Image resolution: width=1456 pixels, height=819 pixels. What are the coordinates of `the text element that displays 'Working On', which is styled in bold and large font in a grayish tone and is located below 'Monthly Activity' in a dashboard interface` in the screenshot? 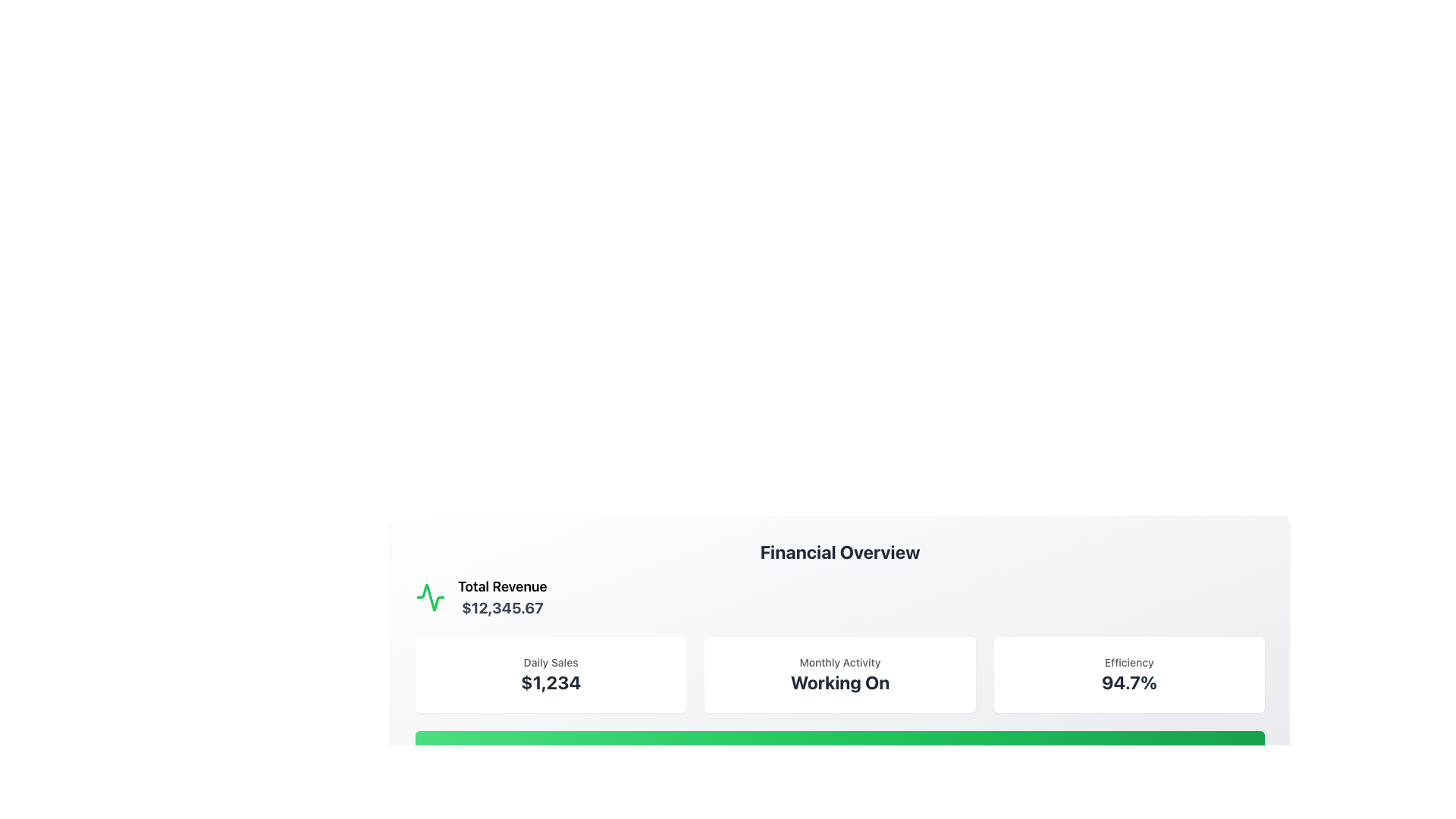 It's located at (839, 681).